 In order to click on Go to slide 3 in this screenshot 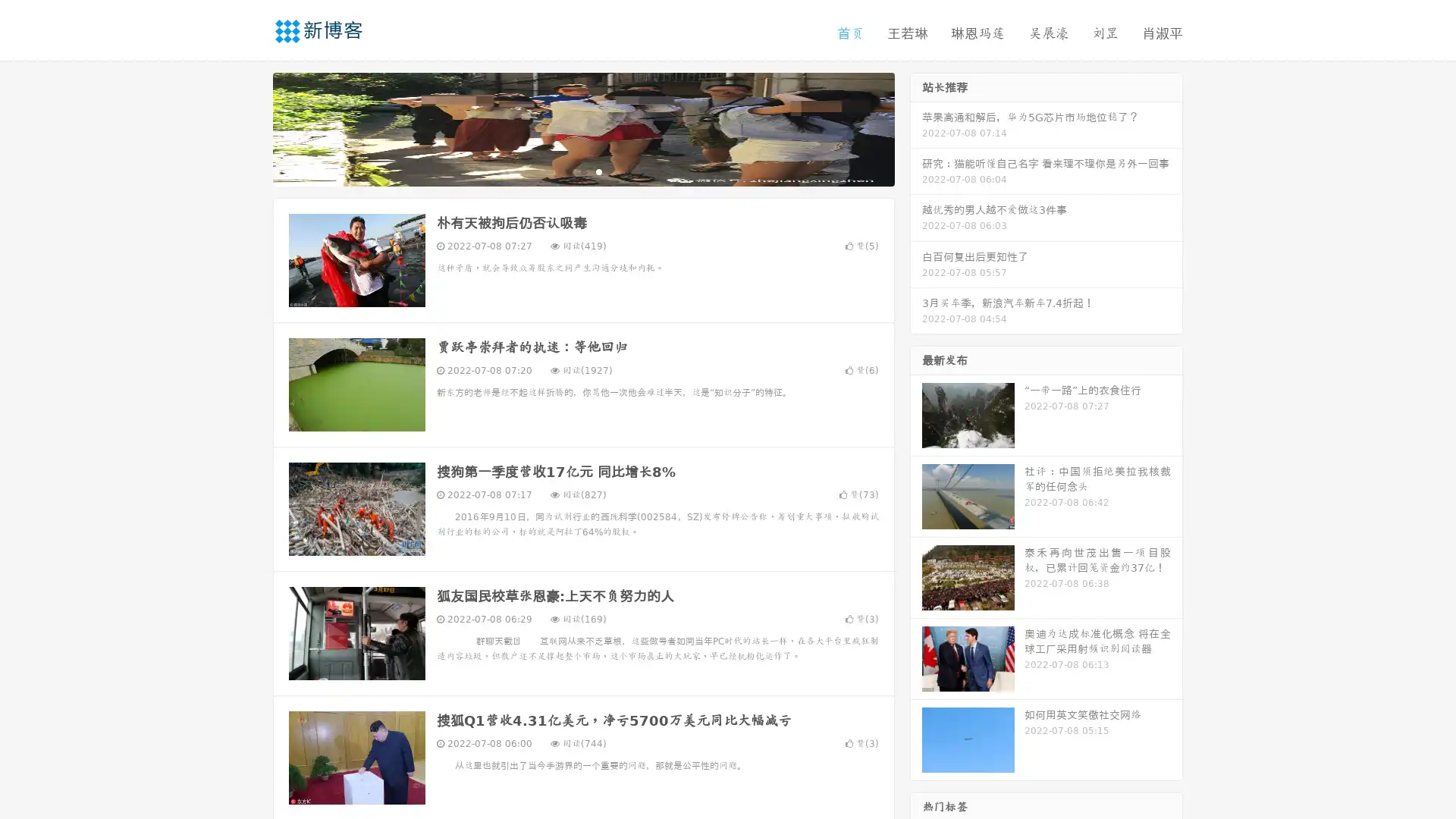, I will do `click(598, 171)`.